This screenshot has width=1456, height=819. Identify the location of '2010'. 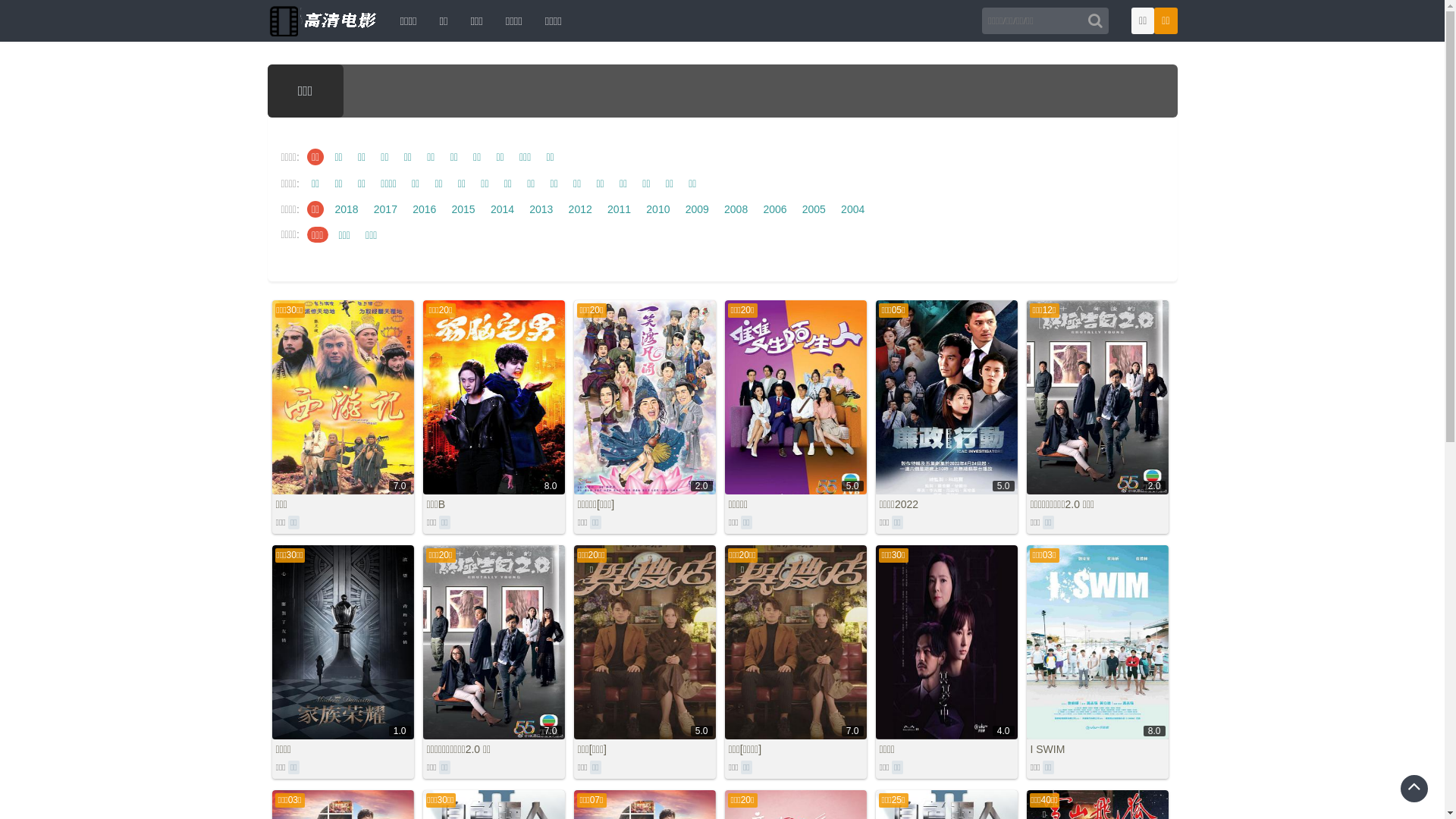
(657, 209).